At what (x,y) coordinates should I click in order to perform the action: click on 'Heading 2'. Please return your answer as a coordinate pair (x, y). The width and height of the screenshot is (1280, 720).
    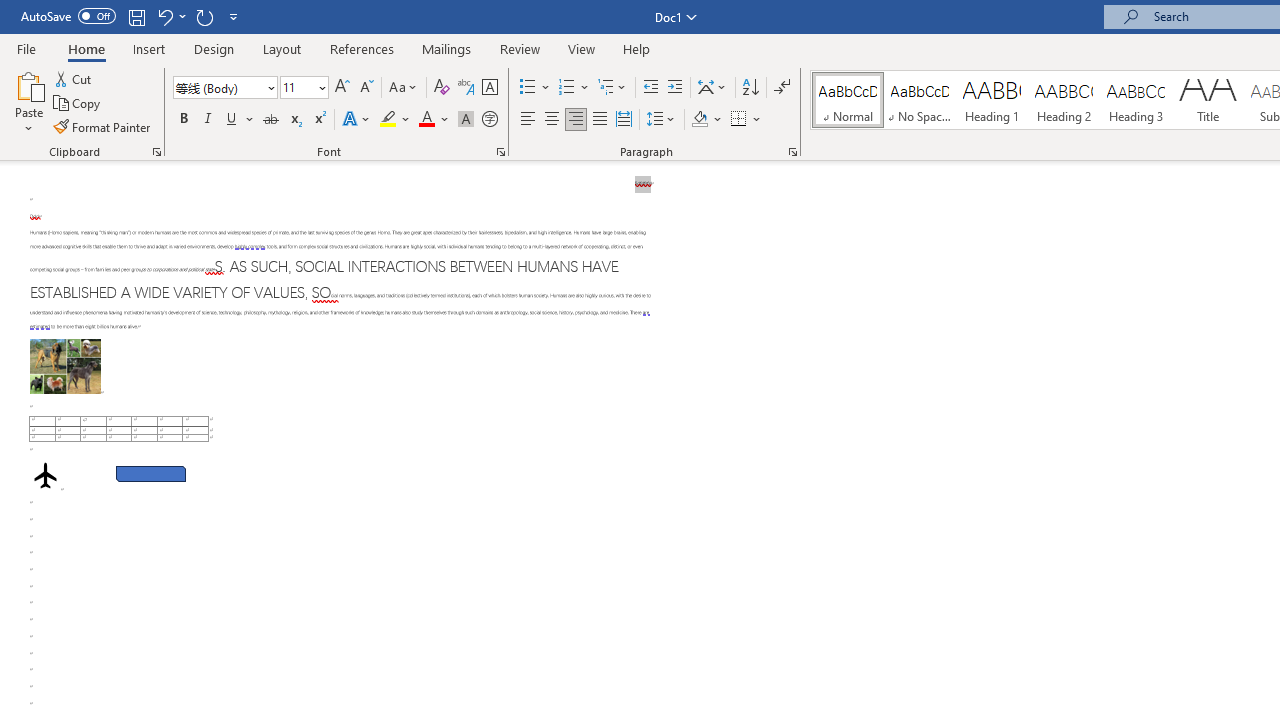
    Looking at the image, I should click on (1062, 100).